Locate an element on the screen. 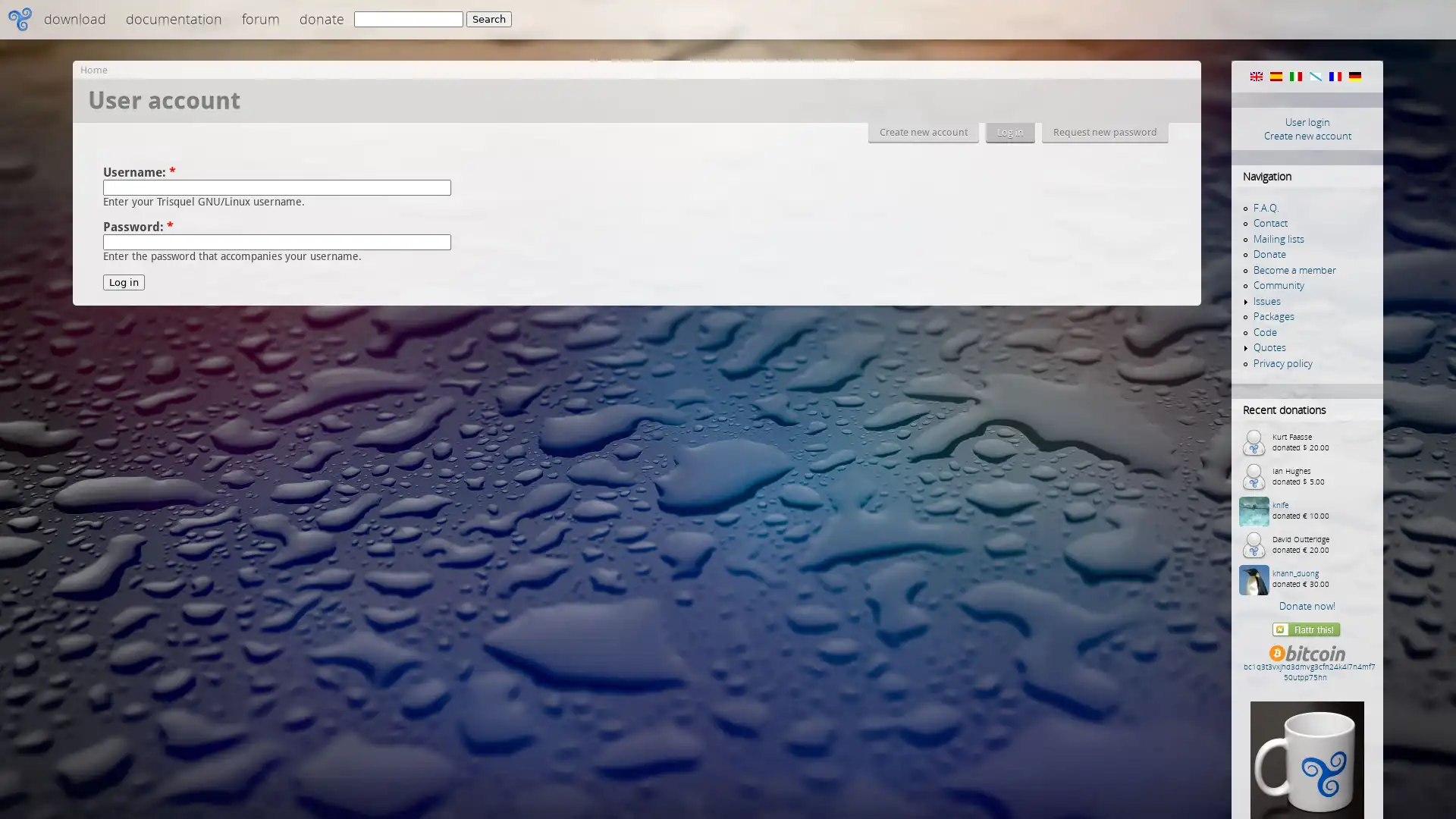 This screenshot has width=1456, height=819. Log in is located at coordinates (124, 282).